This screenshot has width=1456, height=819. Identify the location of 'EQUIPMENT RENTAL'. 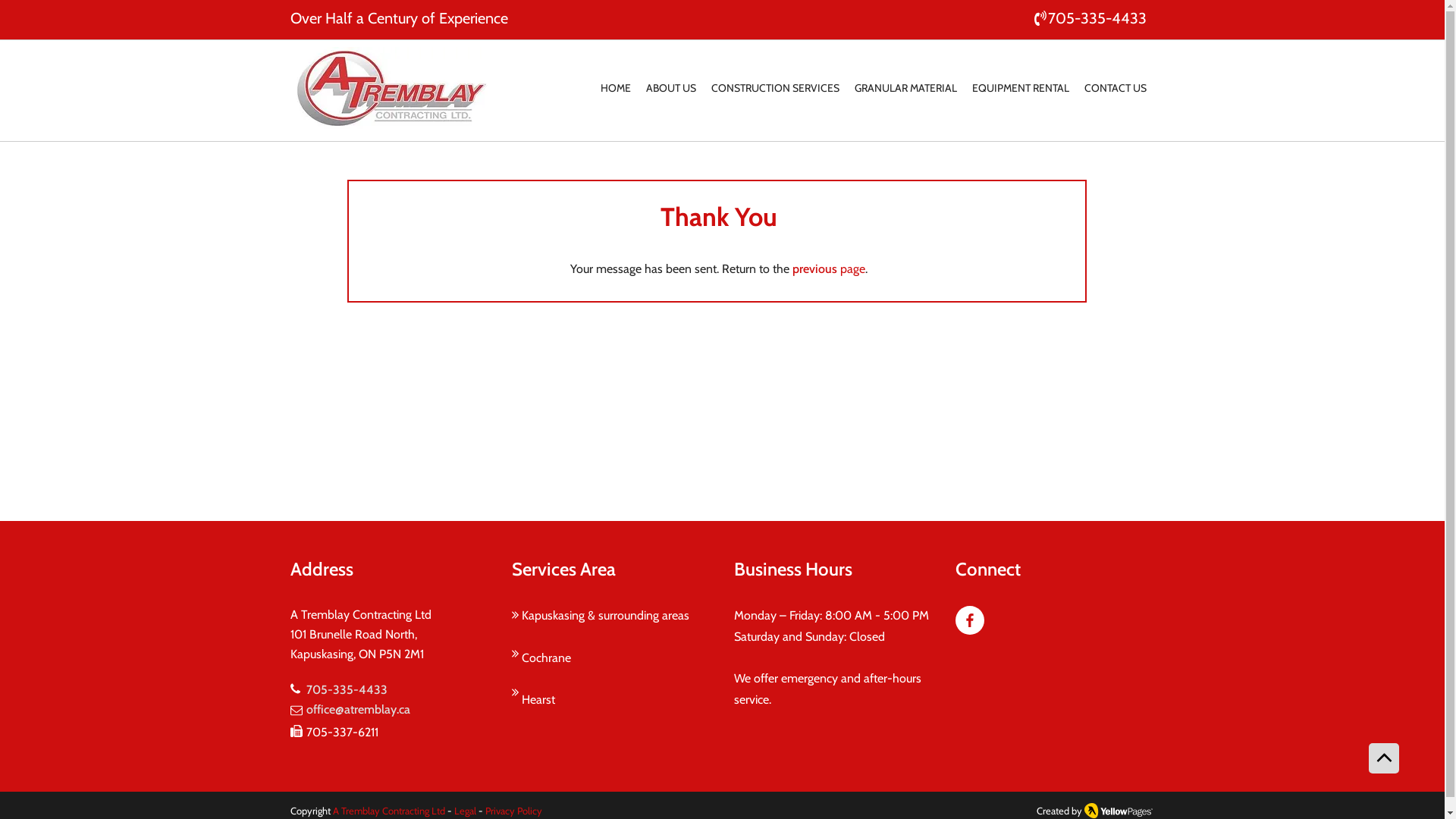
(1020, 89).